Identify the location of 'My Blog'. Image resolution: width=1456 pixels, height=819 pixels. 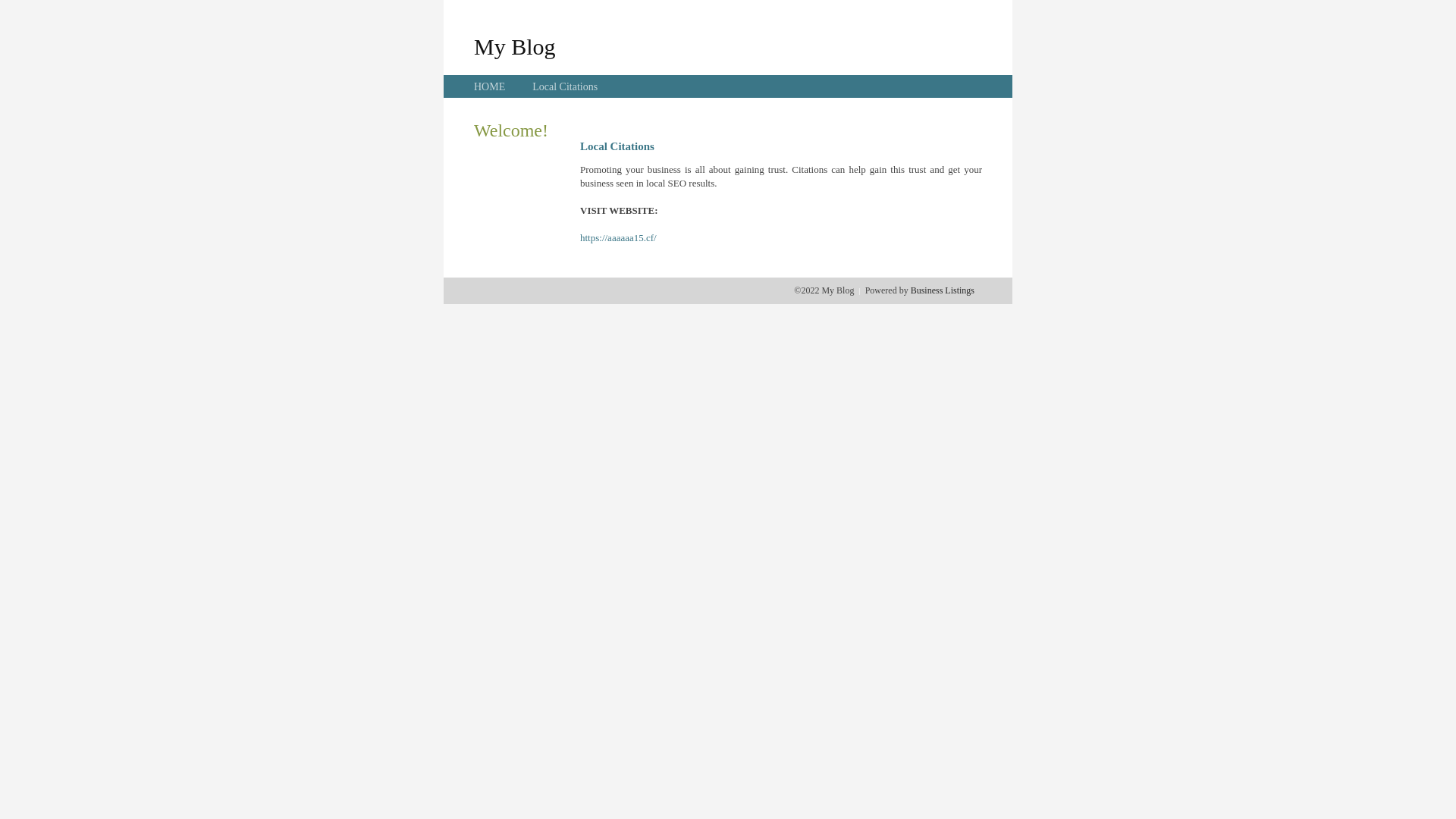
(472, 45).